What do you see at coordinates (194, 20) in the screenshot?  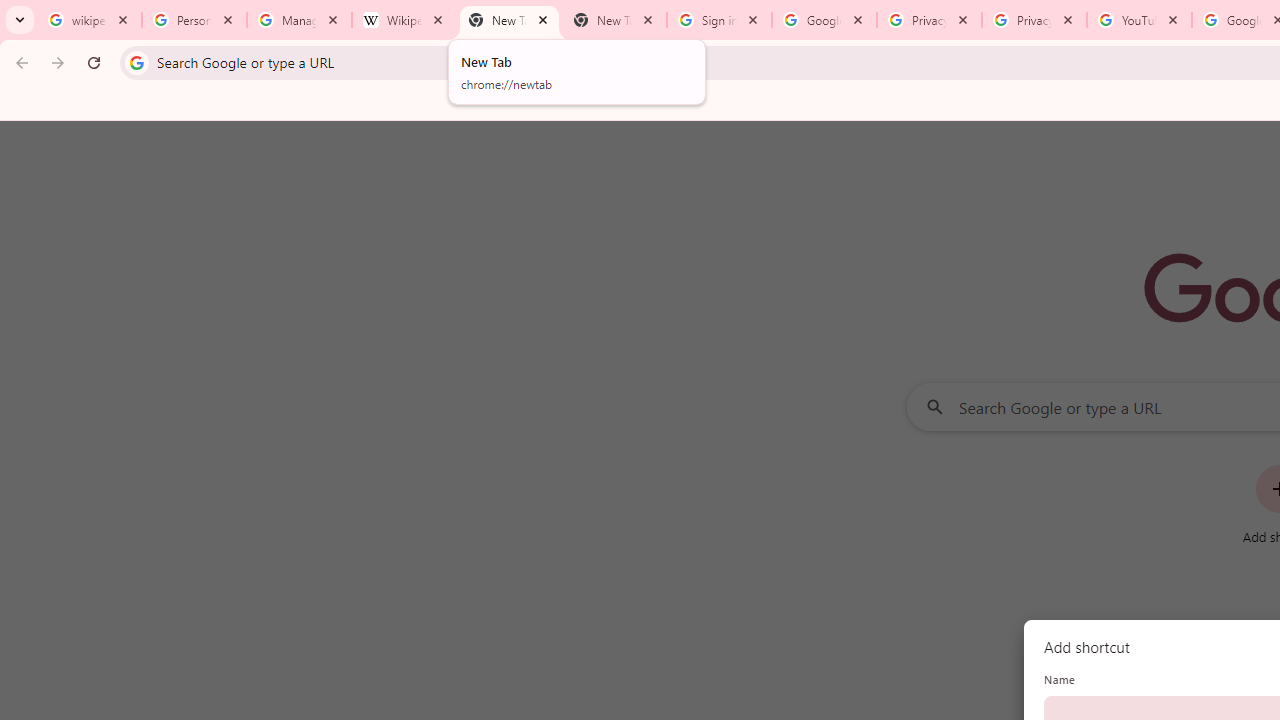 I see `'Personalization & Google Search results - Google Search Help'` at bounding box center [194, 20].